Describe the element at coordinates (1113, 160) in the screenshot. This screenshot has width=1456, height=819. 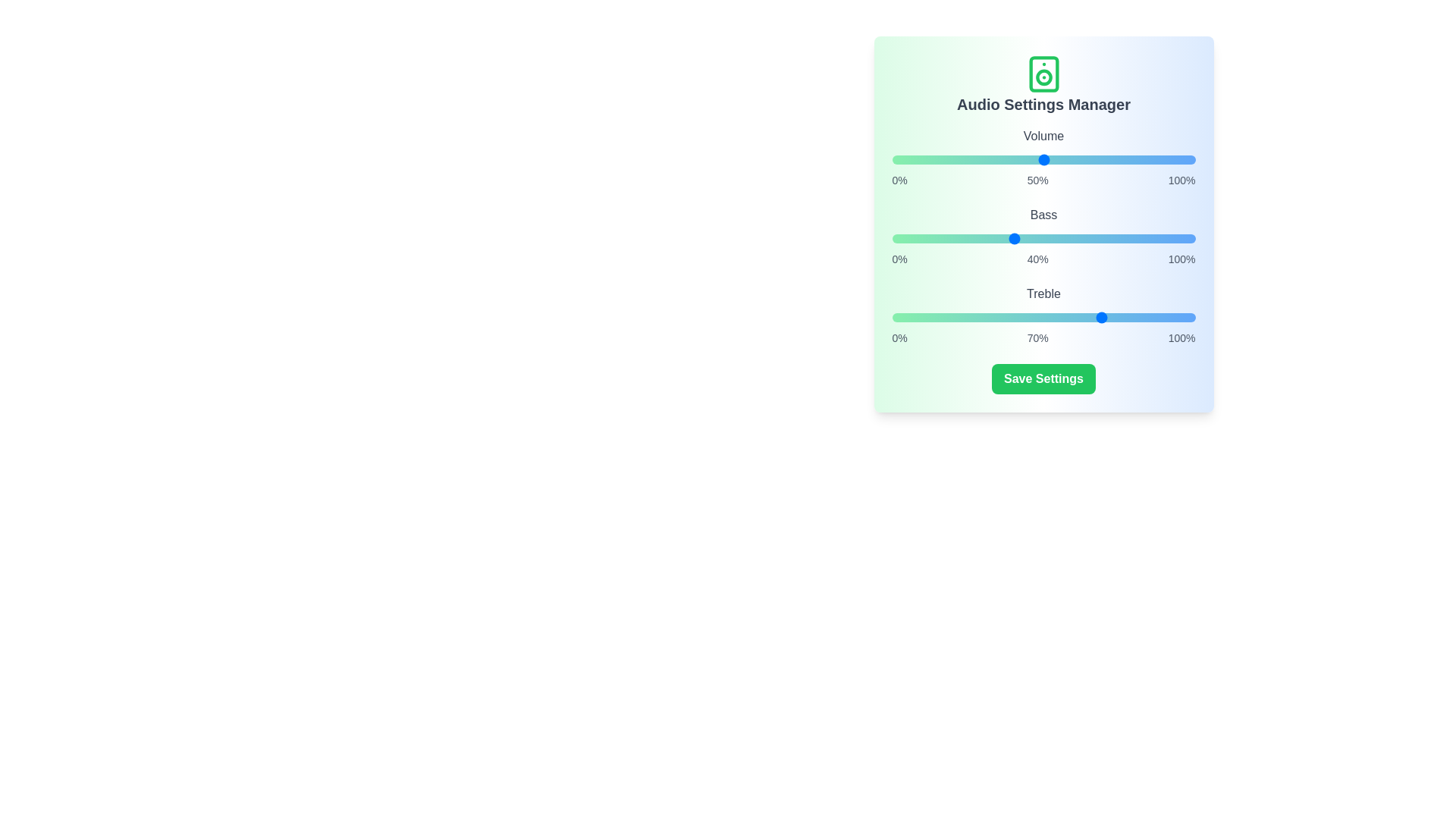
I see `the volume slider to 73%` at that location.